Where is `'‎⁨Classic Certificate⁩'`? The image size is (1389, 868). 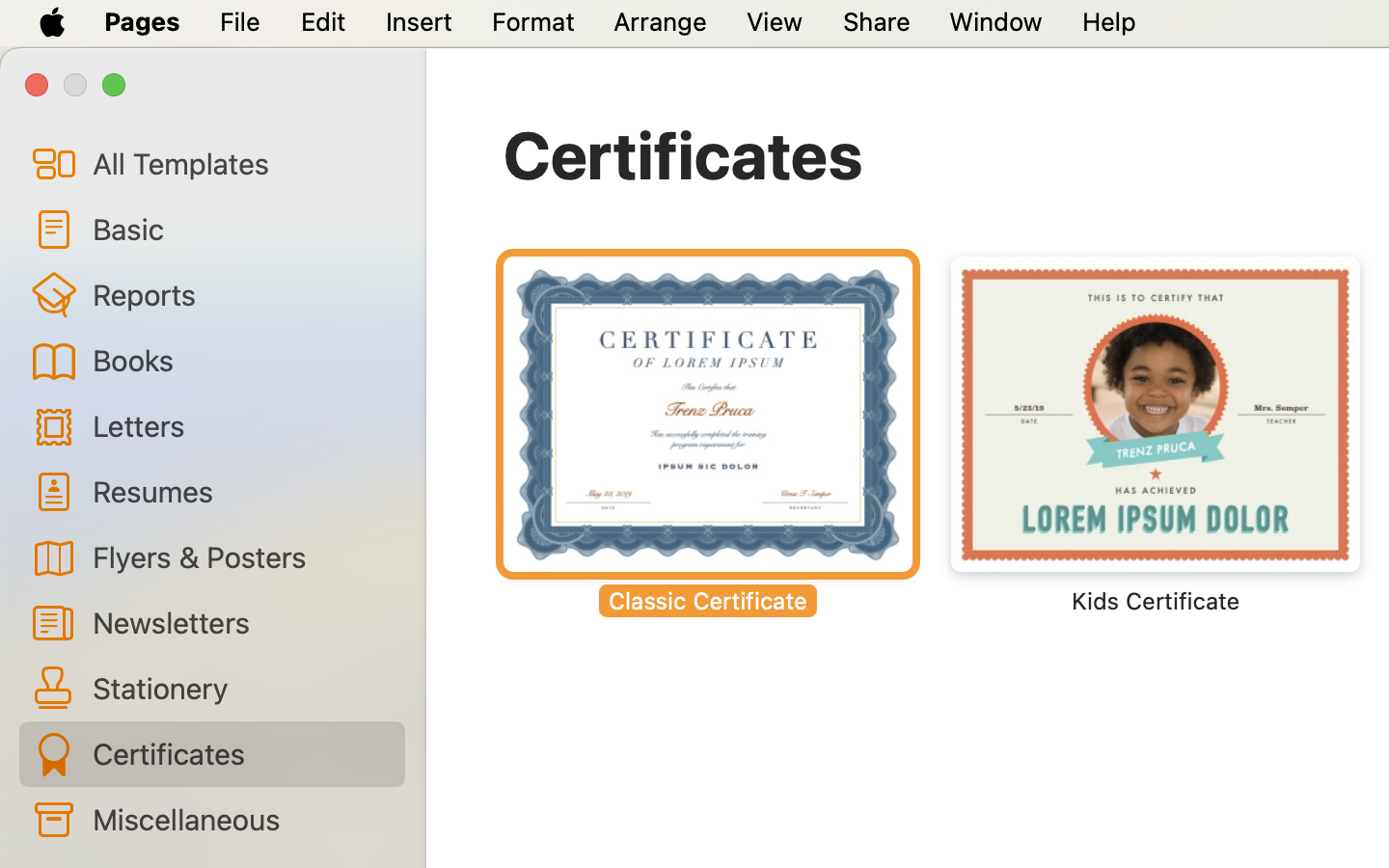
'‎⁨Classic Certificate⁩' is located at coordinates (706, 434).